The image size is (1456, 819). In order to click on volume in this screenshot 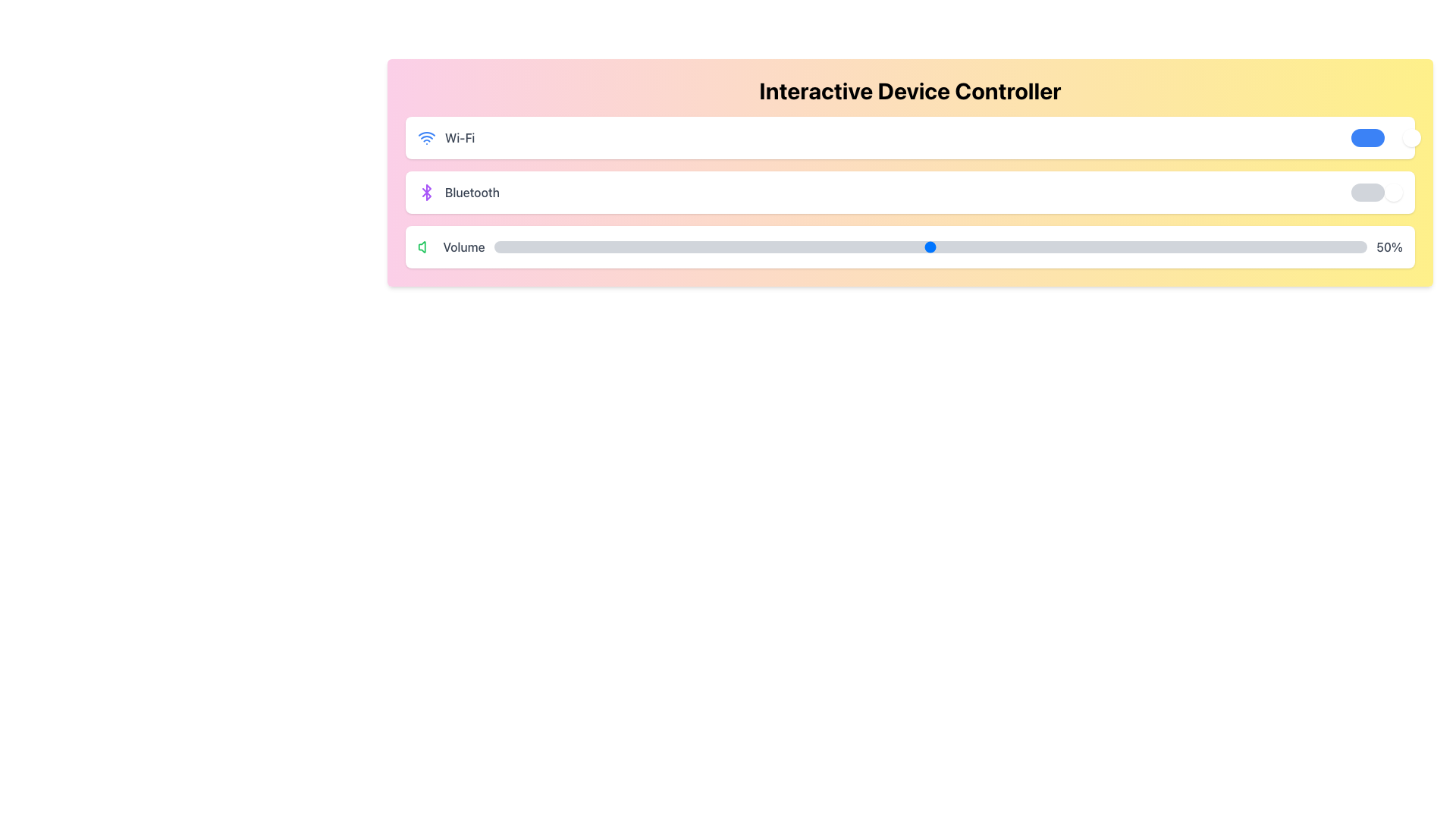, I will do `click(572, 246)`.